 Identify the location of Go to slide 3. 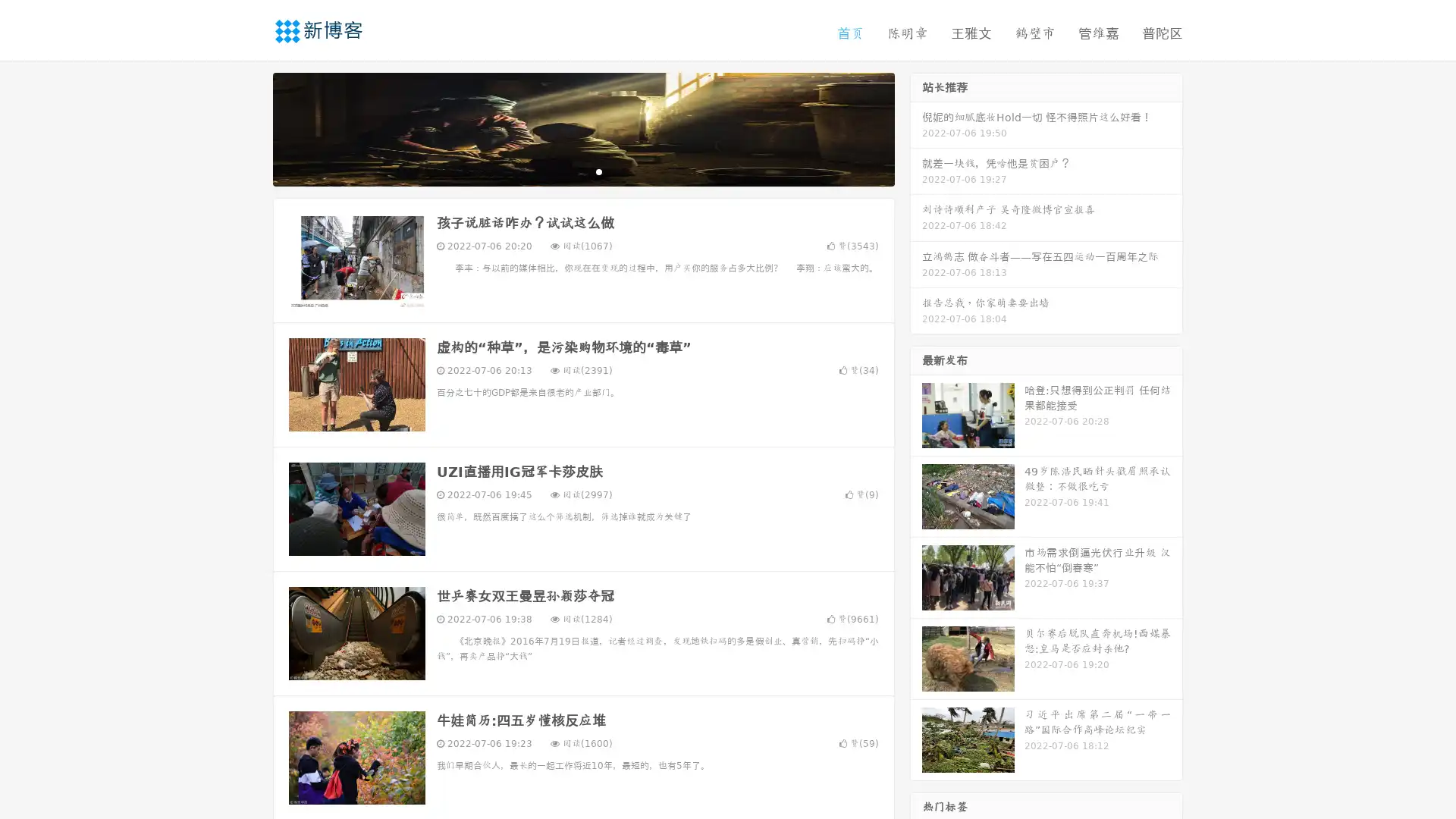
(598, 171).